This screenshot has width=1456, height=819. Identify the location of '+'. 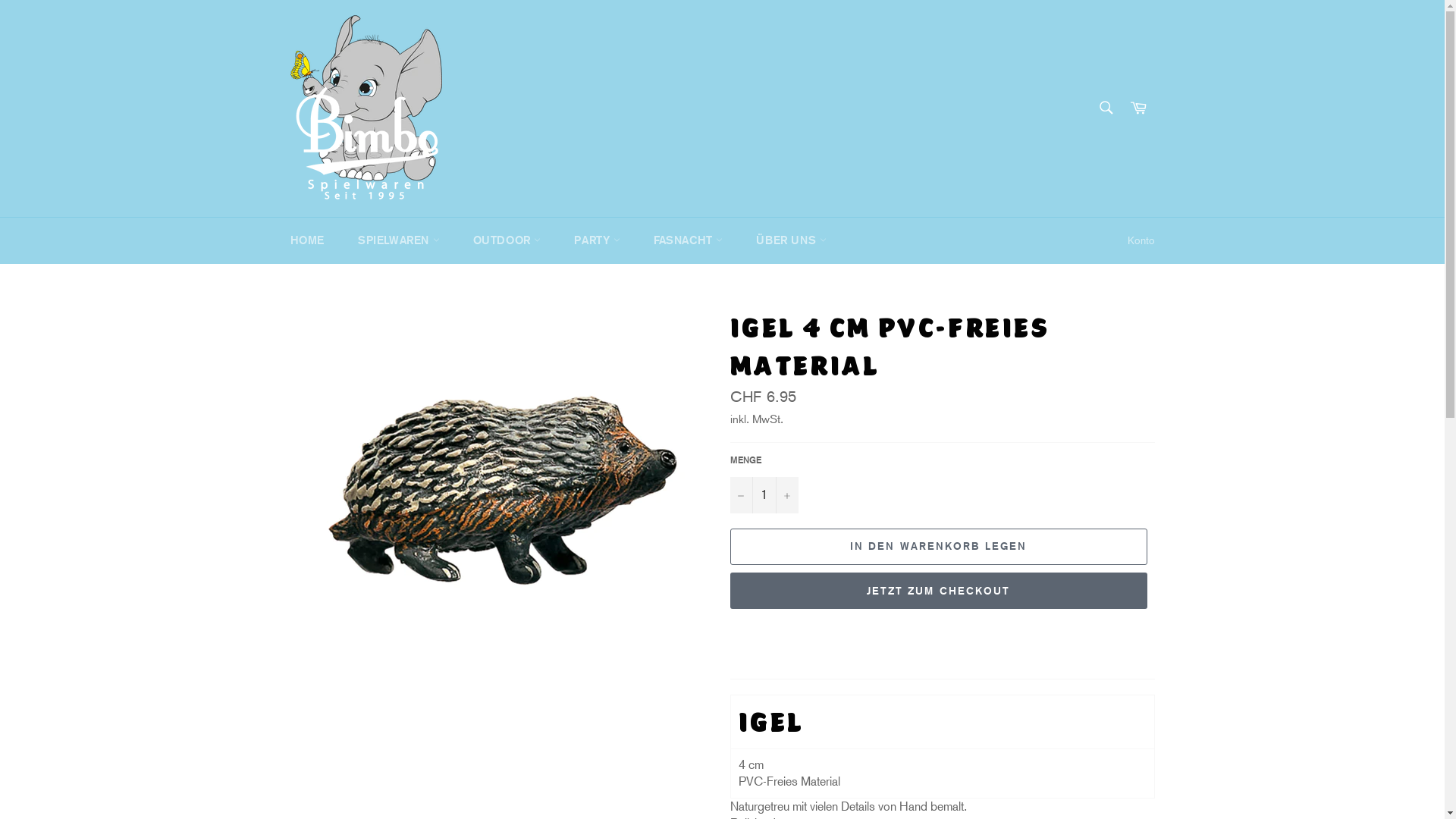
(775, 494).